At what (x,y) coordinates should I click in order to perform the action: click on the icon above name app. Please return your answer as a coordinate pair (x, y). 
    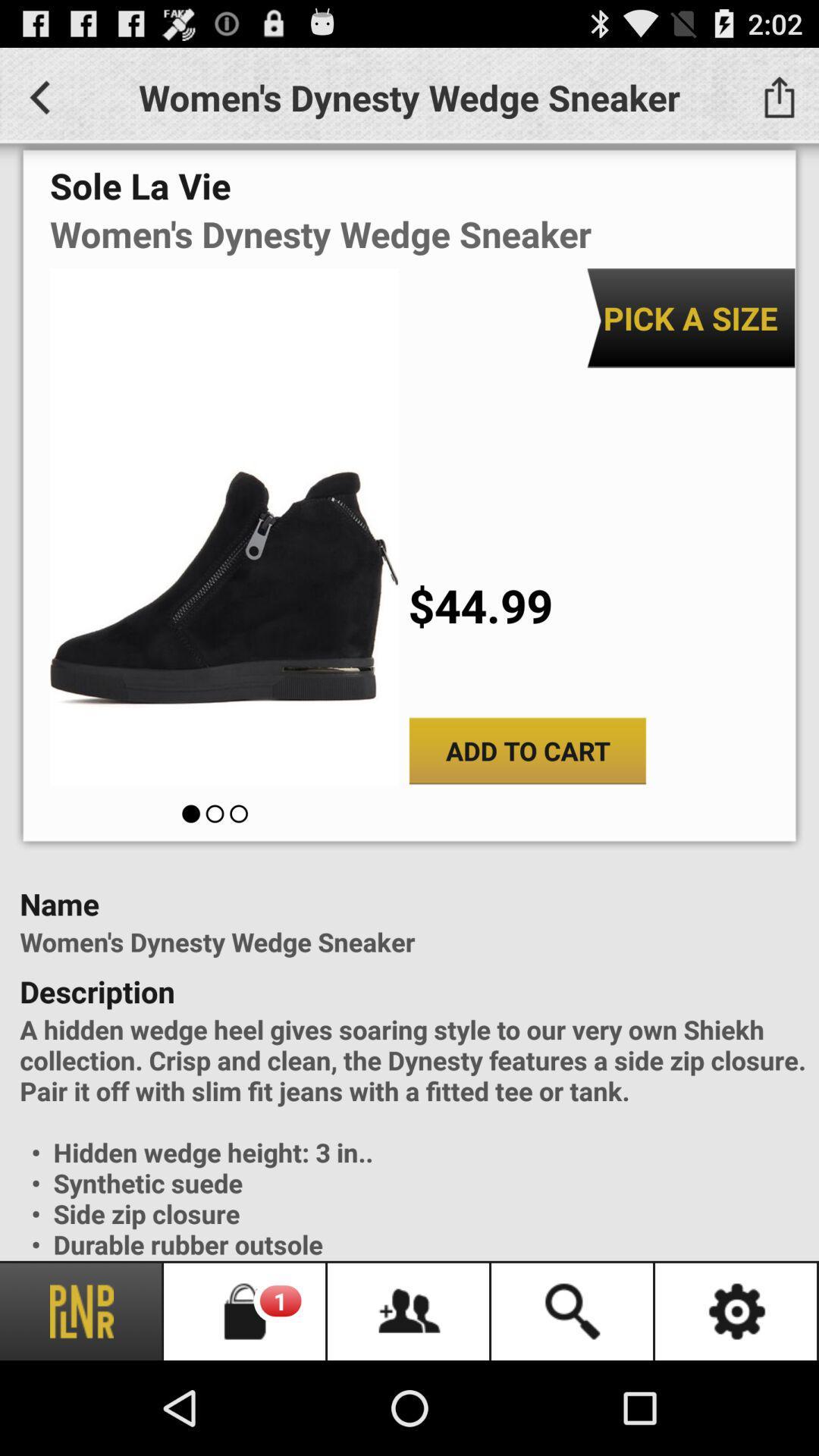
    Looking at the image, I should click on (526, 751).